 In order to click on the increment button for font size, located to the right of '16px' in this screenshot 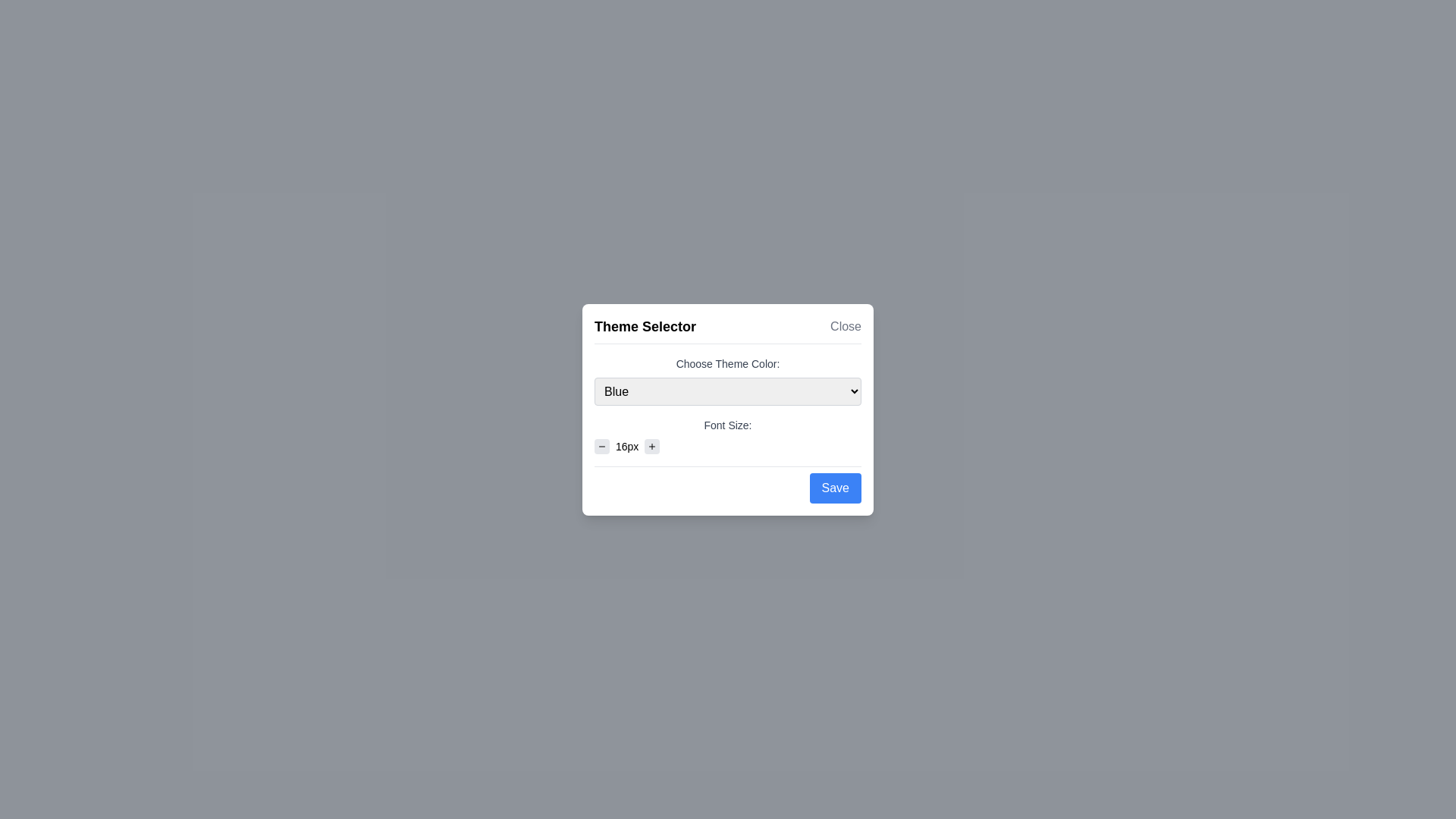, I will do `click(652, 445)`.